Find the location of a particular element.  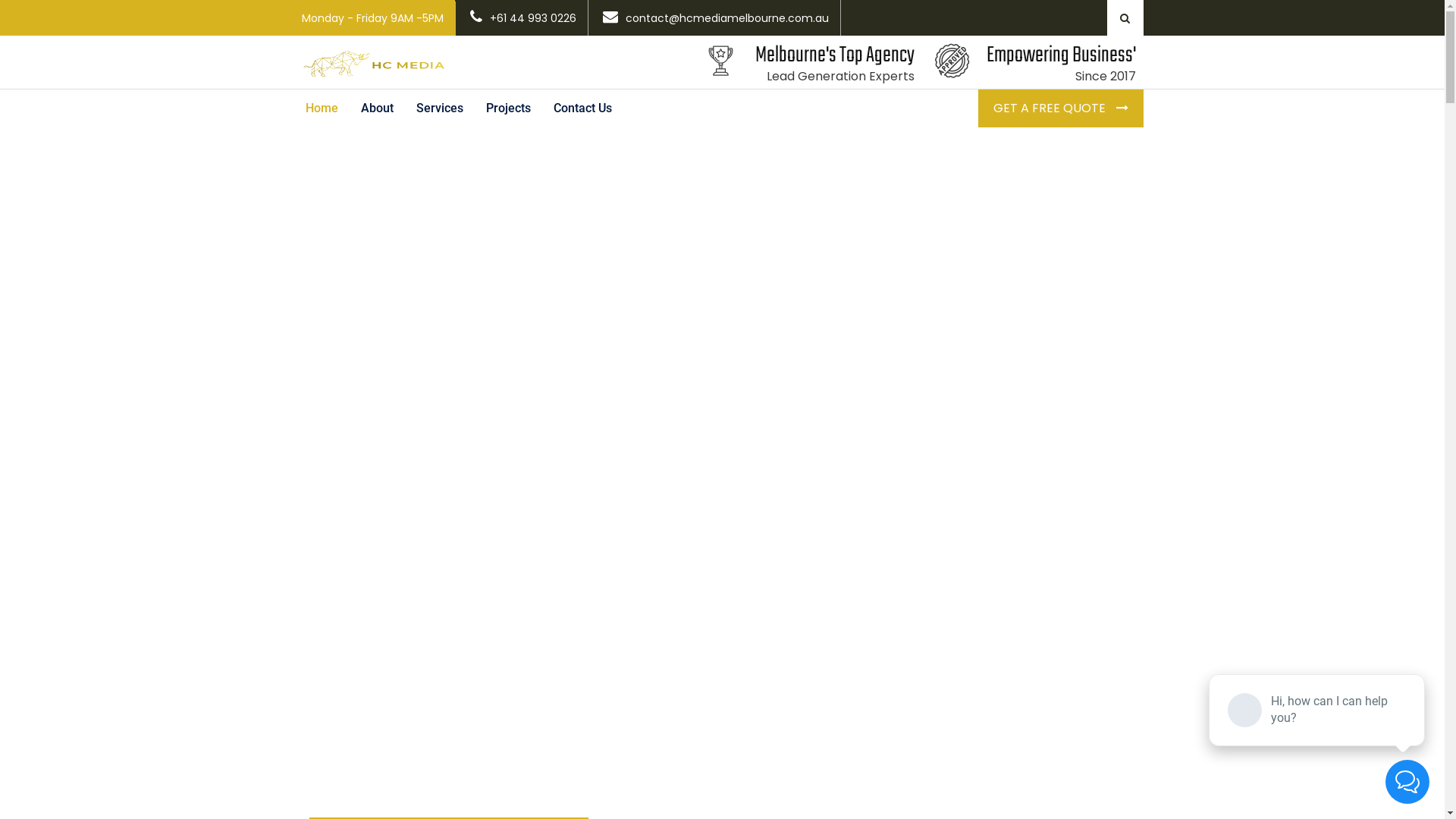

'Services' is located at coordinates (439, 107).